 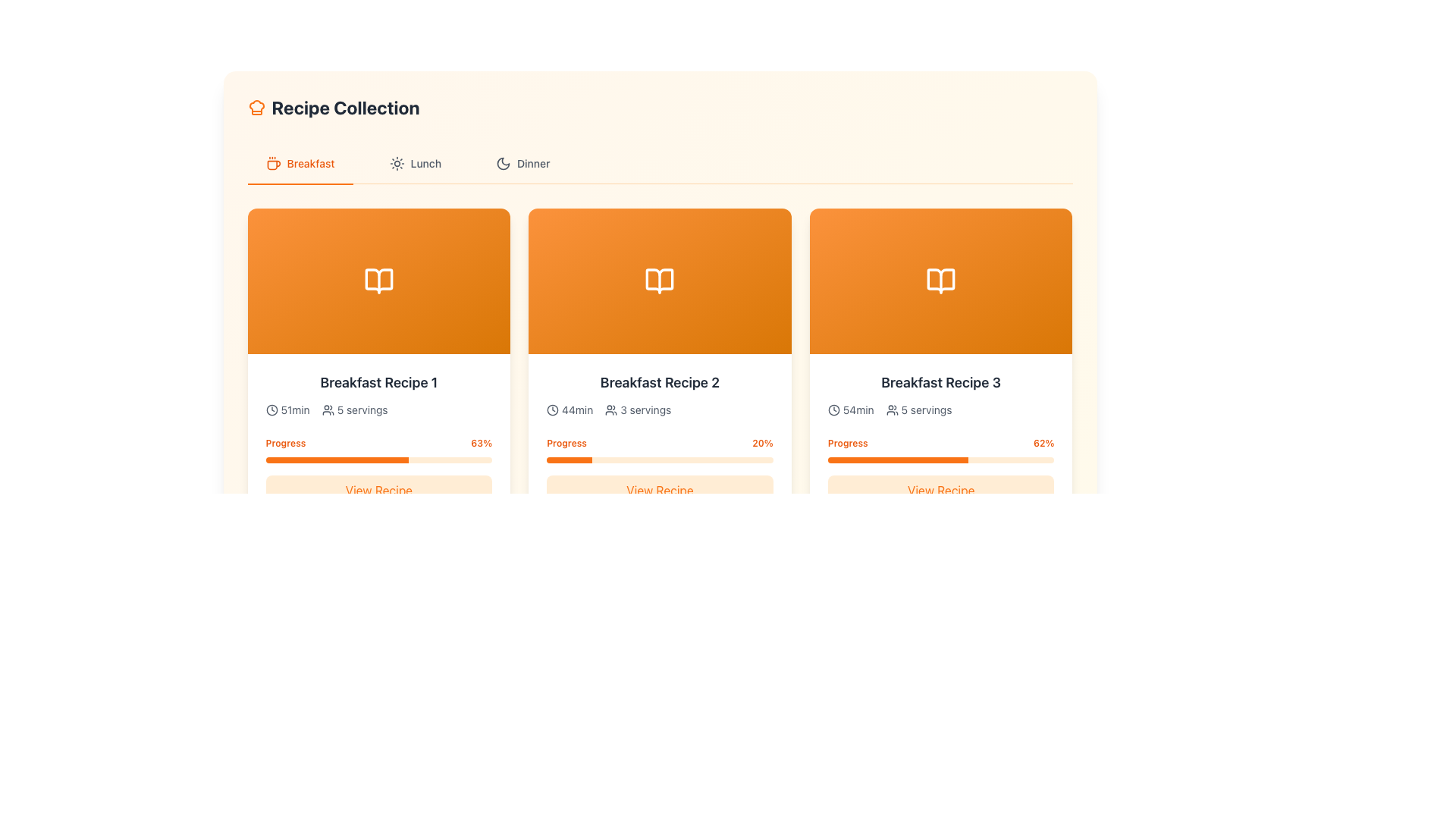 I want to click on text label located in the bottom-left section of the first recipe card, positioned above the progress bar and left-aligned with the percentage '63%.', so click(x=285, y=441).